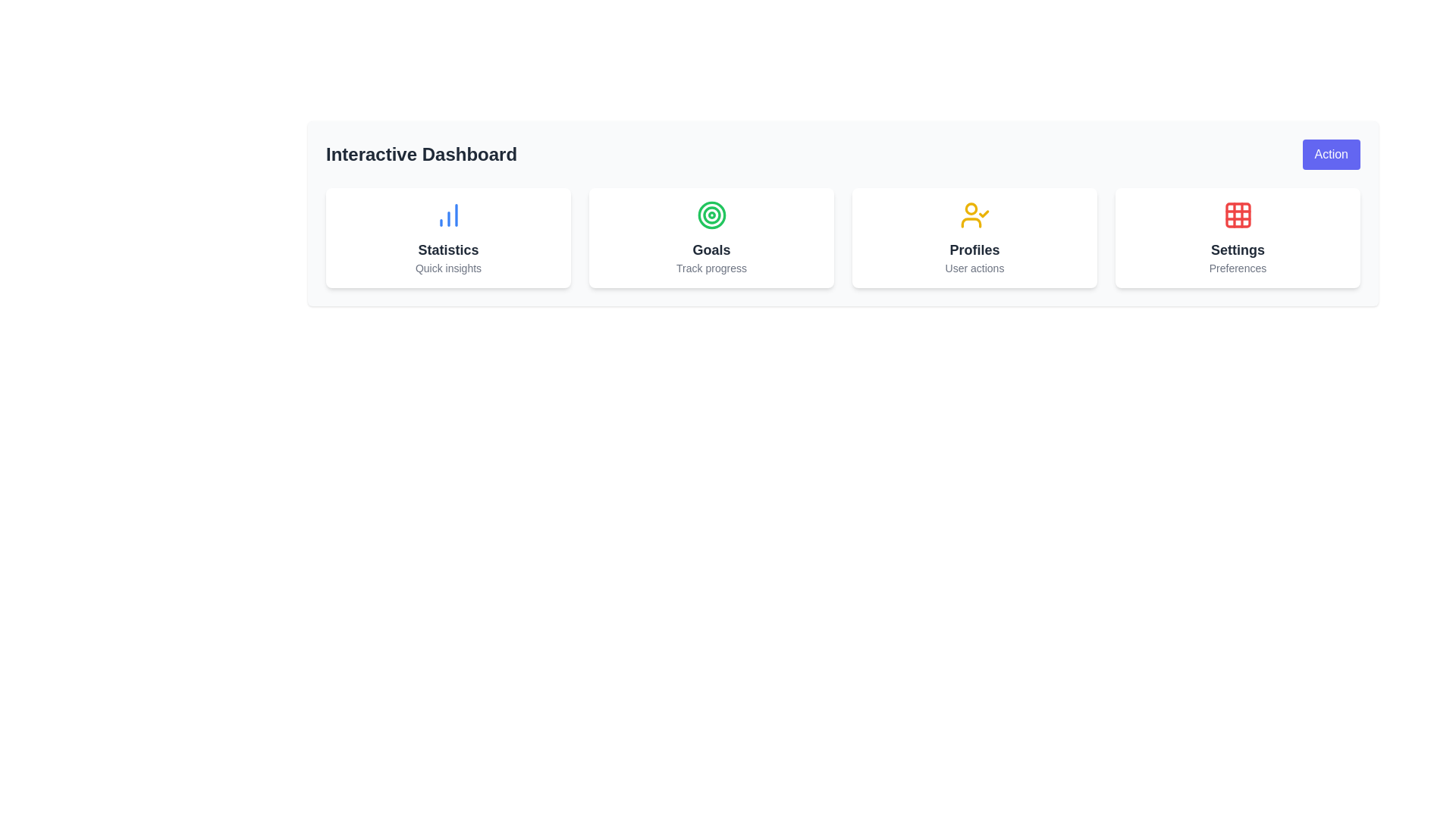 This screenshot has width=1456, height=819. Describe the element at coordinates (971, 209) in the screenshot. I see `the central circular yellow component of the user profile icon located in the third column of the dashboard below the 'Profiles' heading` at that location.